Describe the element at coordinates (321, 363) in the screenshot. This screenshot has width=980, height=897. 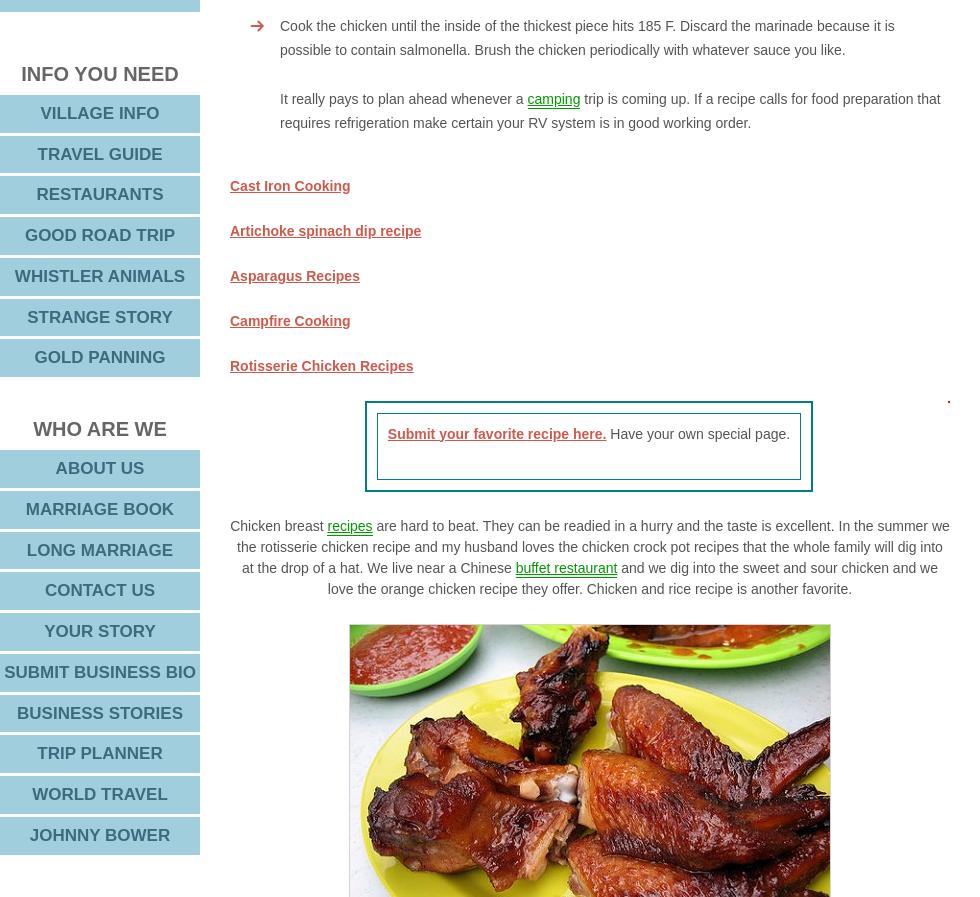
I see `'Rotisserie Chicken Recipes'` at that location.